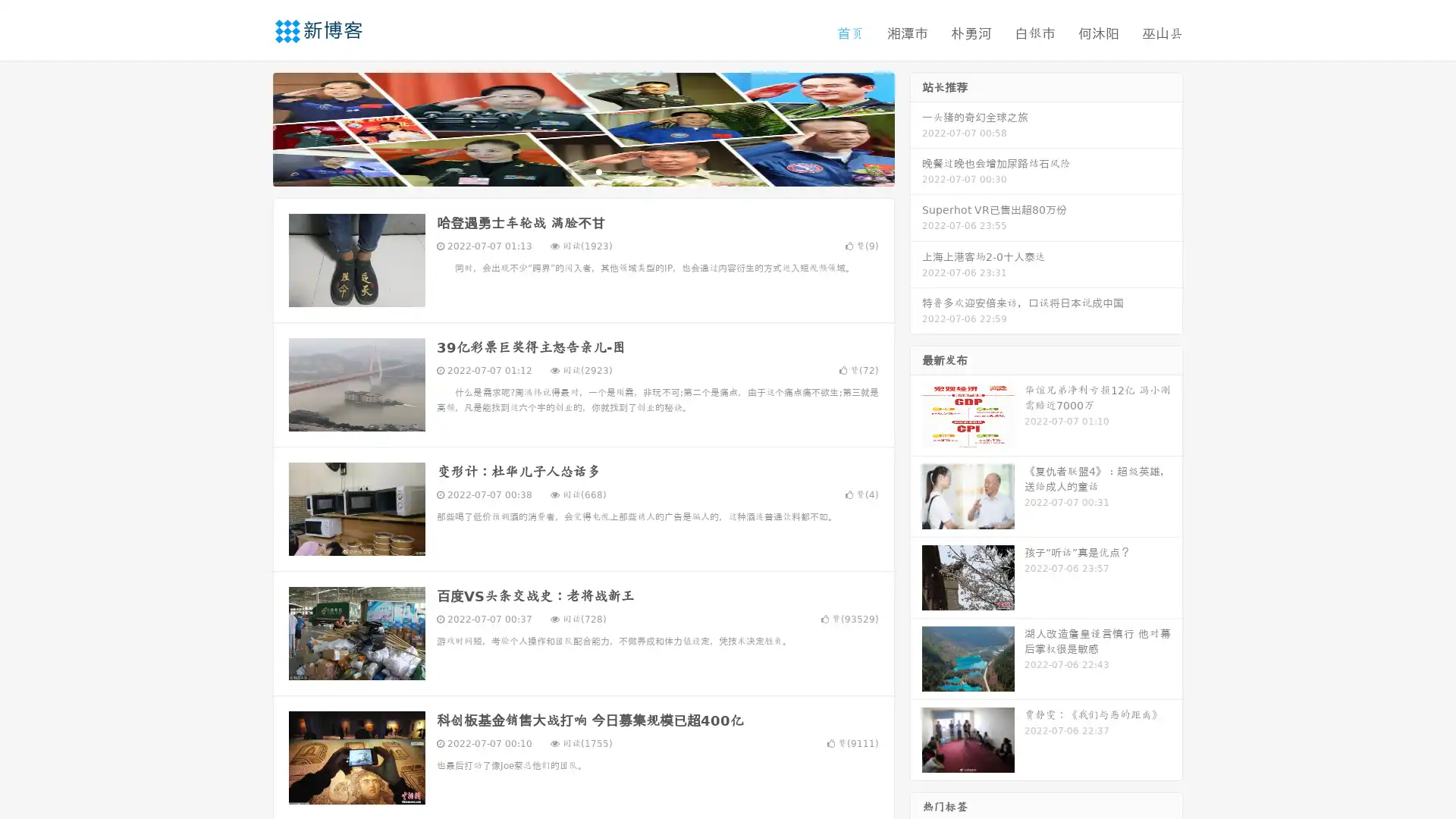 Image resolution: width=1456 pixels, height=819 pixels. I want to click on Next slide, so click(916, 127).